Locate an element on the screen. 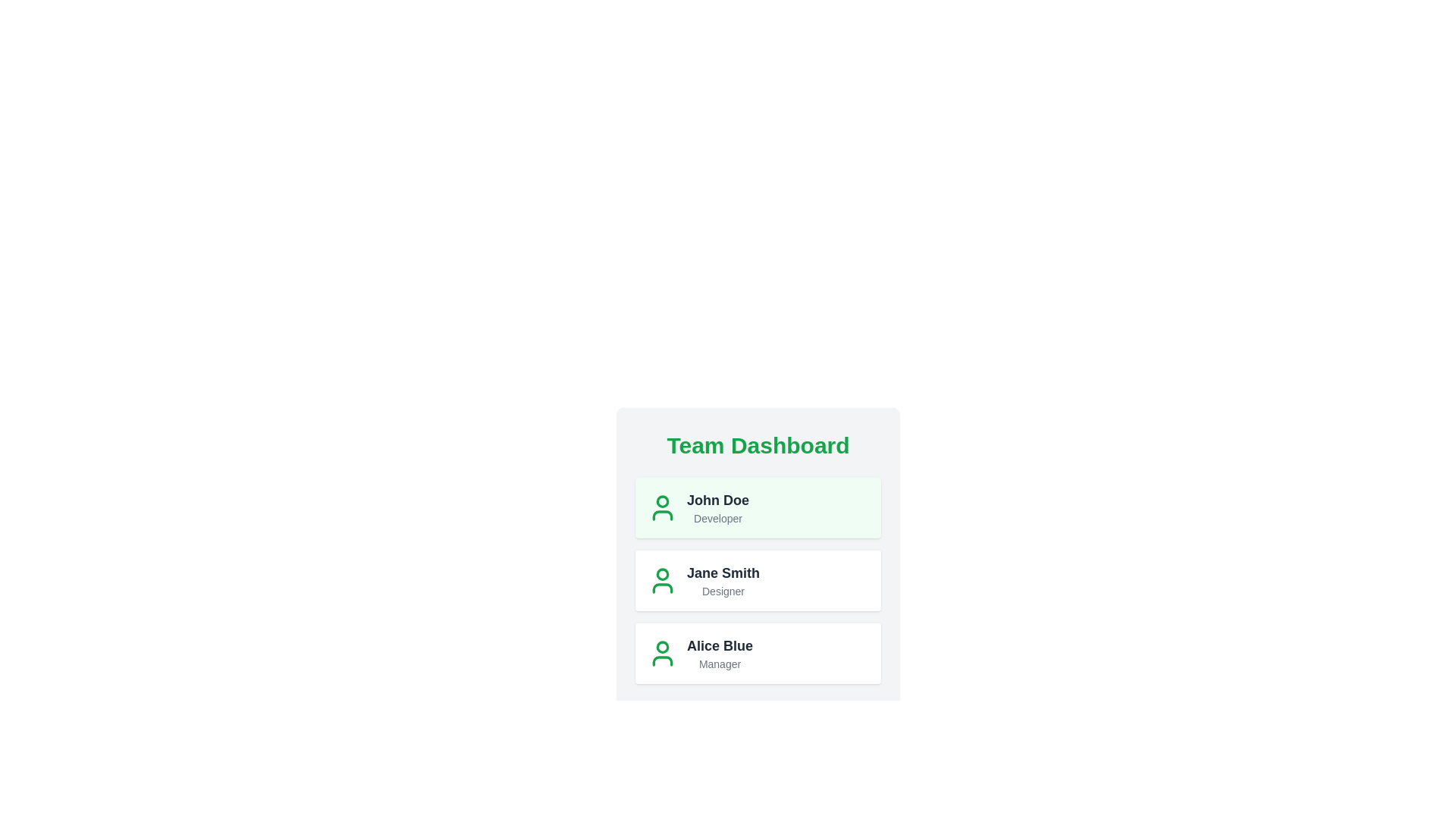 This screenshot has width=1456, height=819. the bold and large green text label reading 'Team Dashboard' located at the top of the card layout is located at coordinates (758, 444).